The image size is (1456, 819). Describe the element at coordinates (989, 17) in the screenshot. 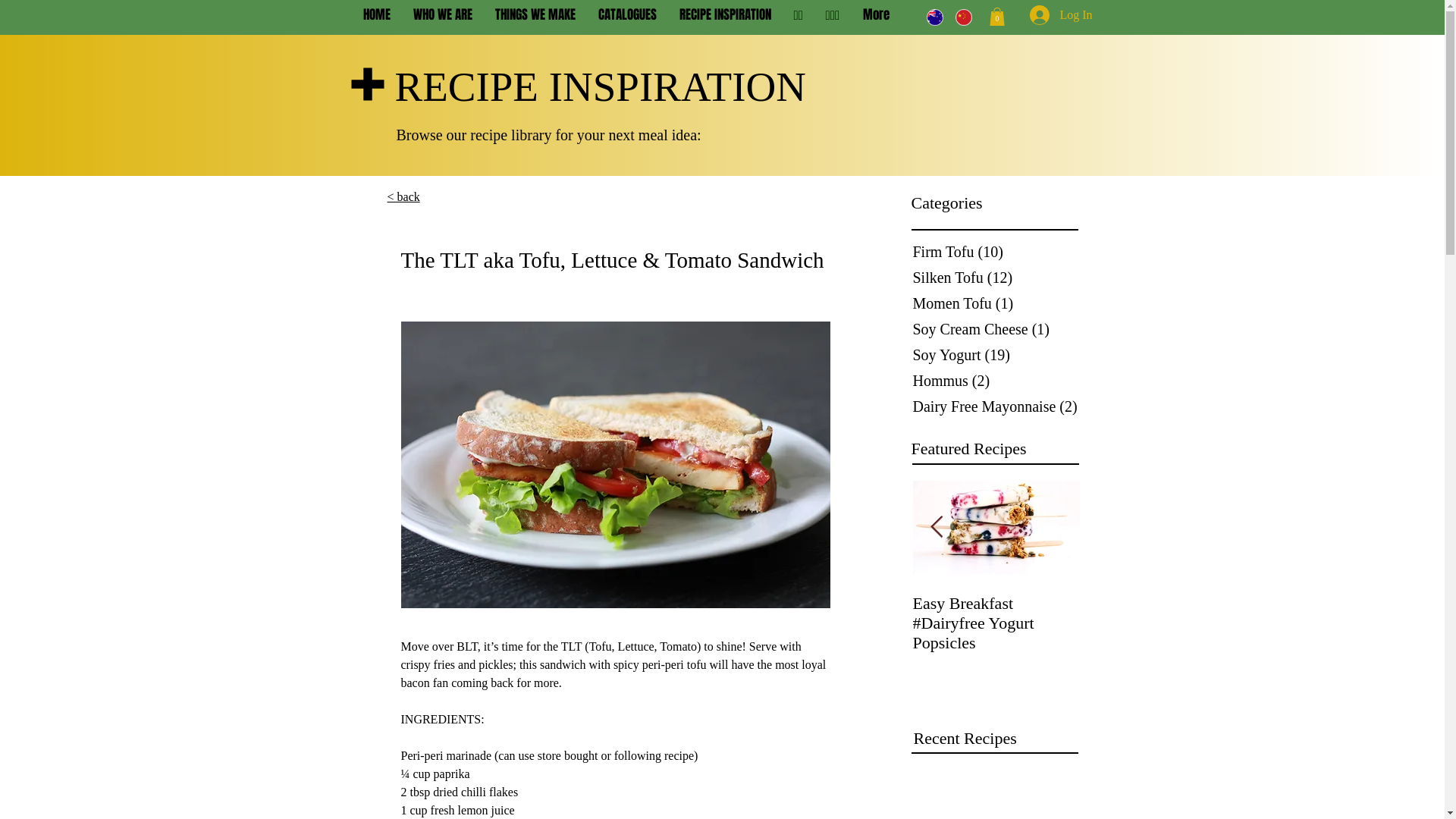

I see `'0'` at that location.